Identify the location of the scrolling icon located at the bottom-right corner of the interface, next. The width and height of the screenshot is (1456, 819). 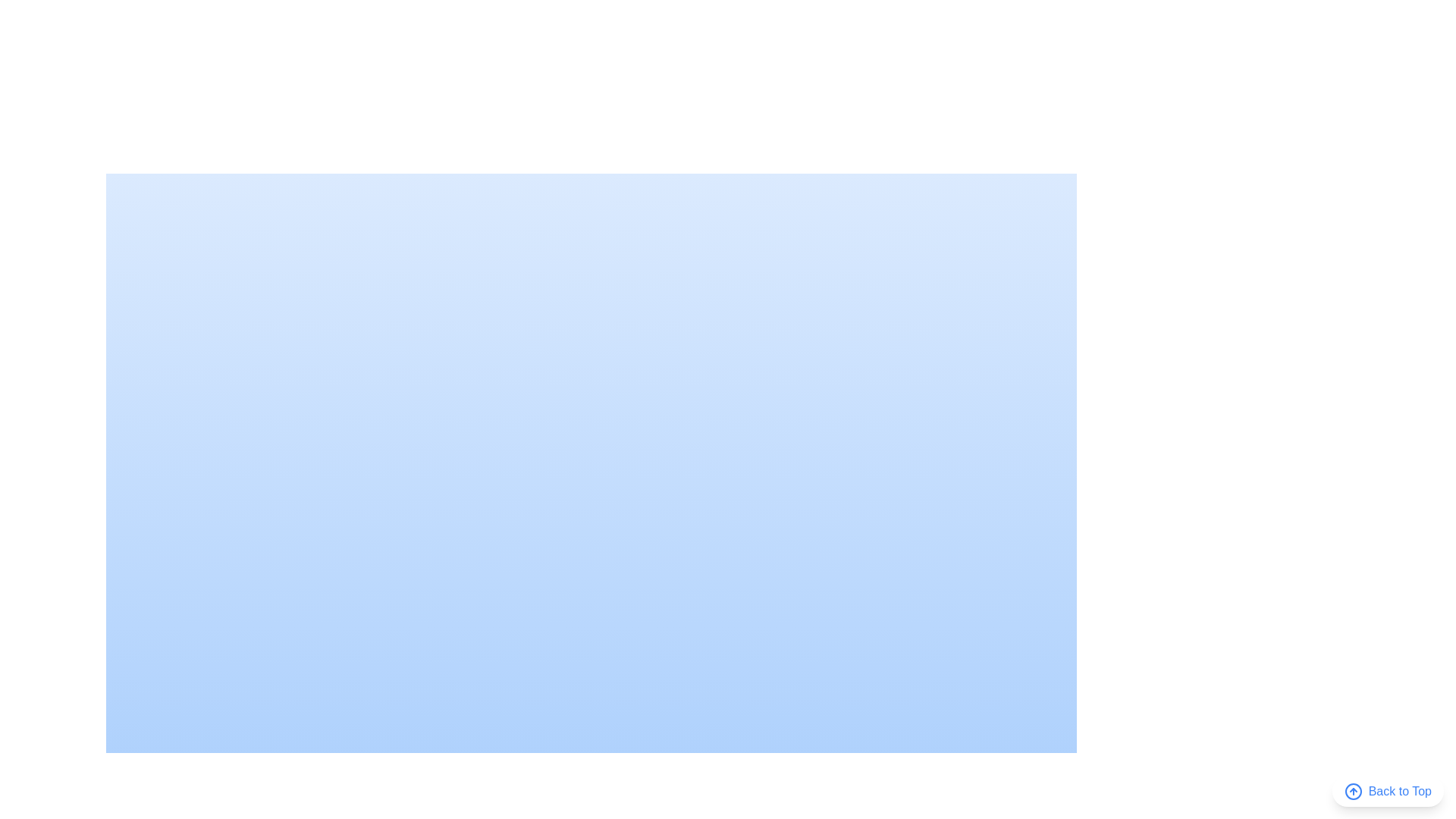
(1353, 791).